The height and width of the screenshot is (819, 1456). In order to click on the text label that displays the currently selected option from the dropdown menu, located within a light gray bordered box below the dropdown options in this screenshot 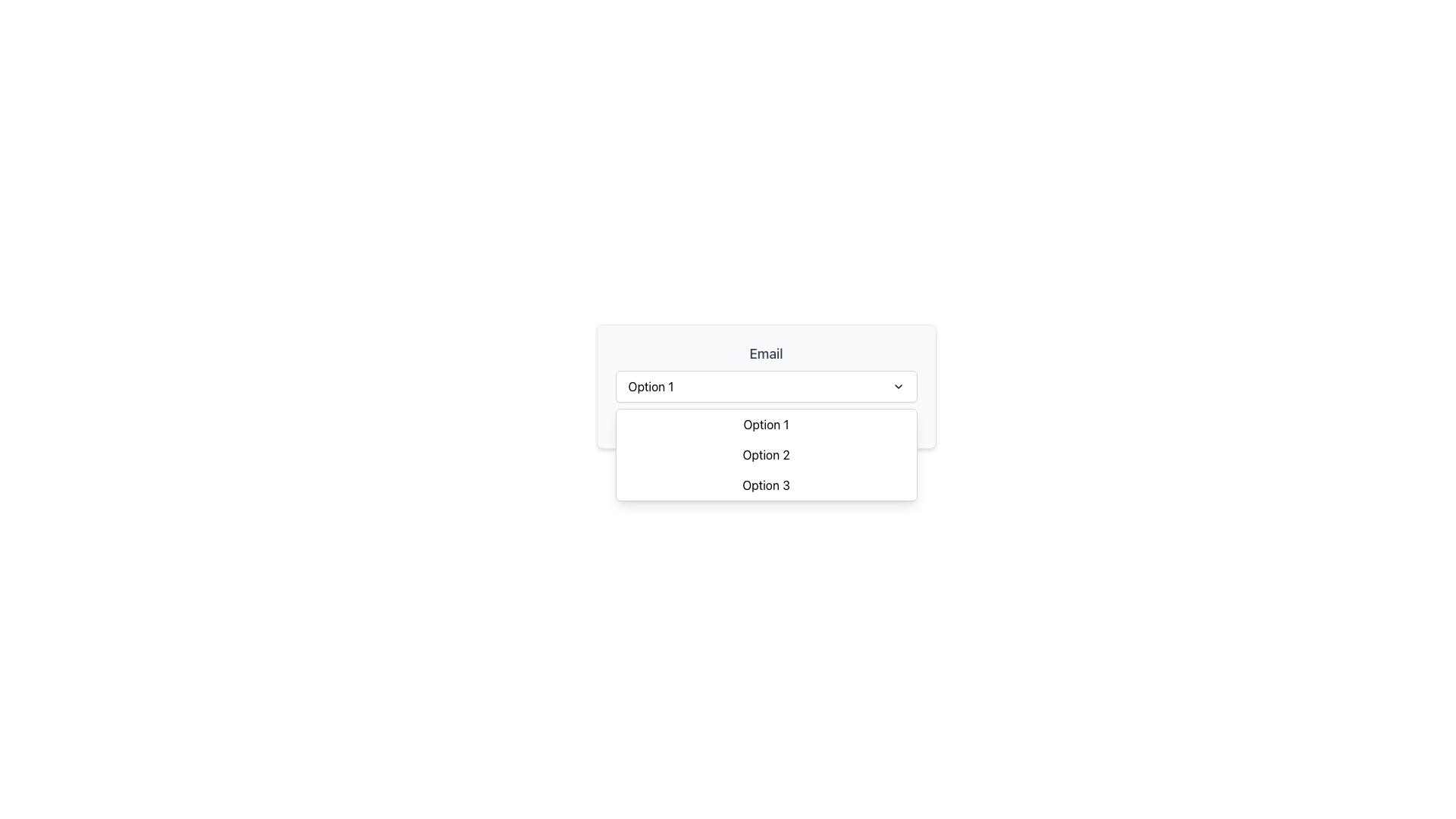, I will do `click(766, 422)`.